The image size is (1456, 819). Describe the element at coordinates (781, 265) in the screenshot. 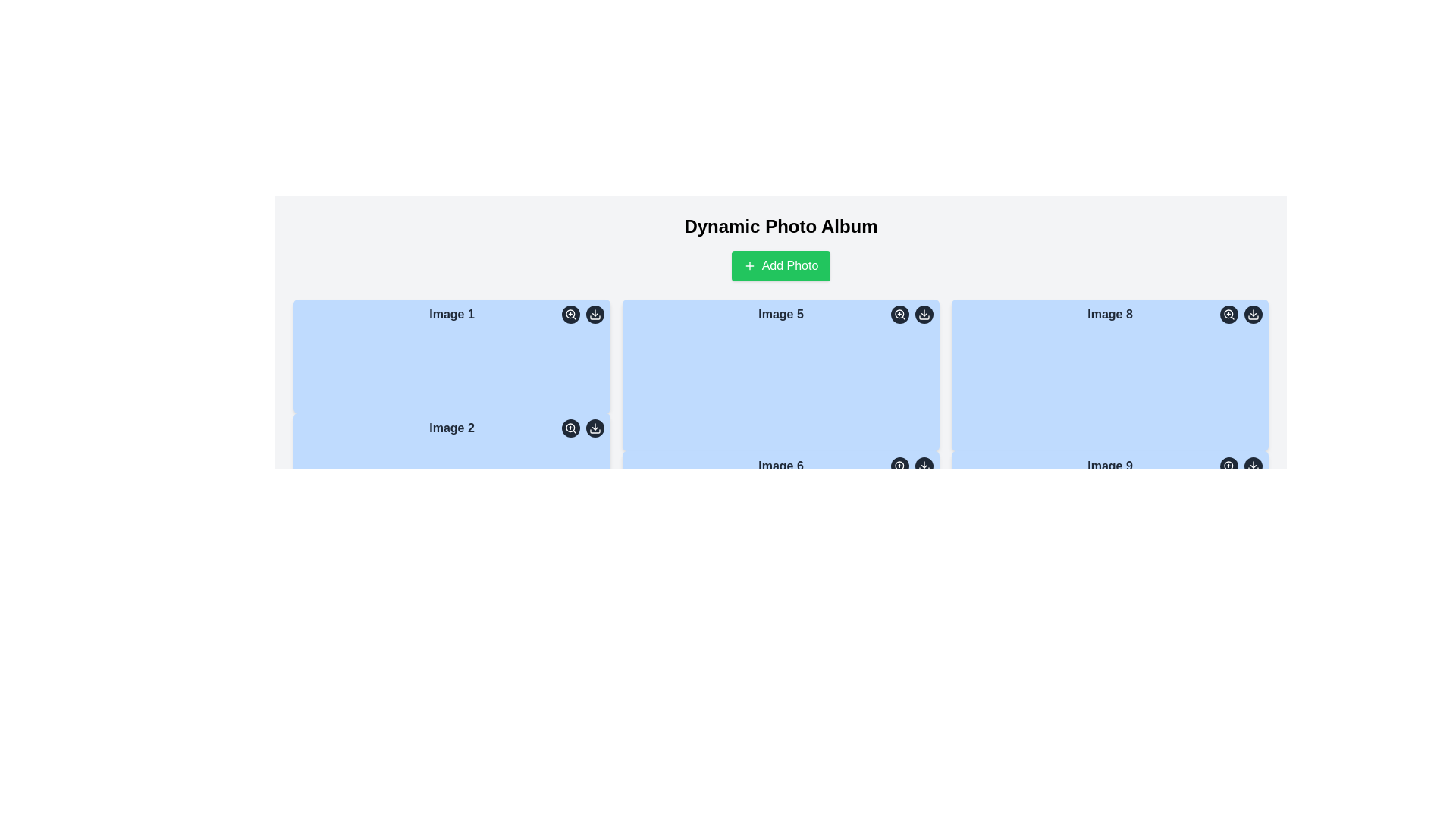

I see `the button for adding a new photo to the album` at that location.